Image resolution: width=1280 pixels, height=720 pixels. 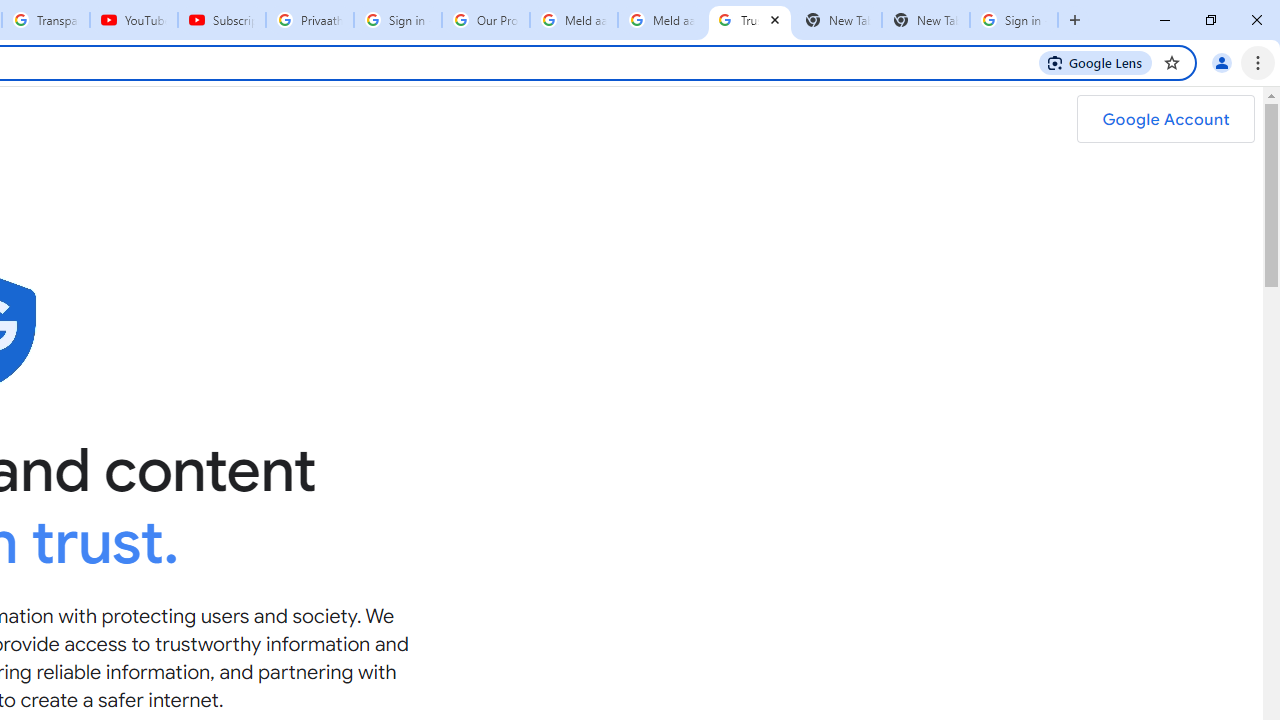 I want to click on 'Chrome', so click(x=1259, y=61).